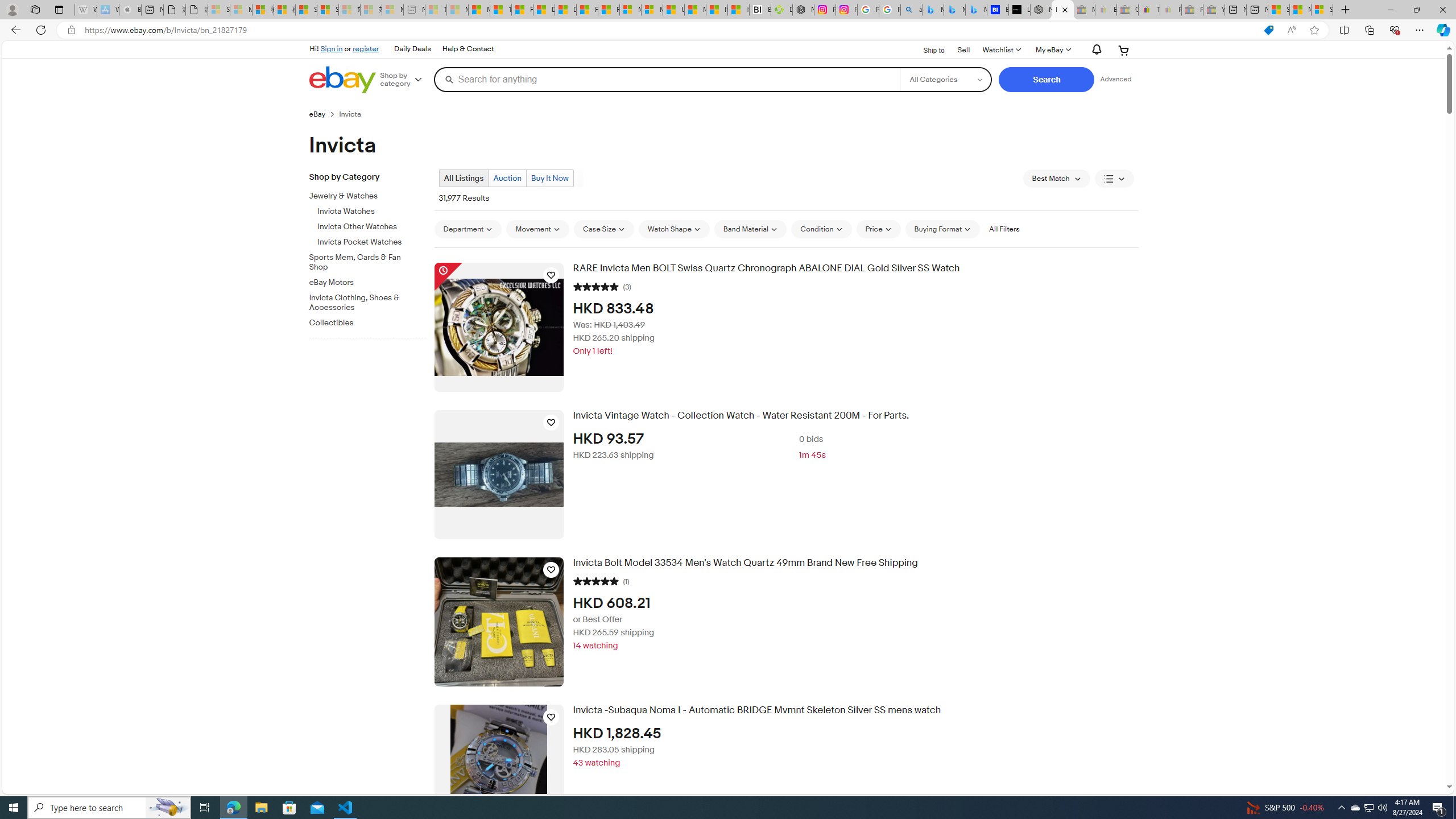 The image size is (1456, 819). Describe the element at coordinates (1192, 9) in the screenshot. I see `'Press Room - eBay Inc. - Sleeping'` at that location.